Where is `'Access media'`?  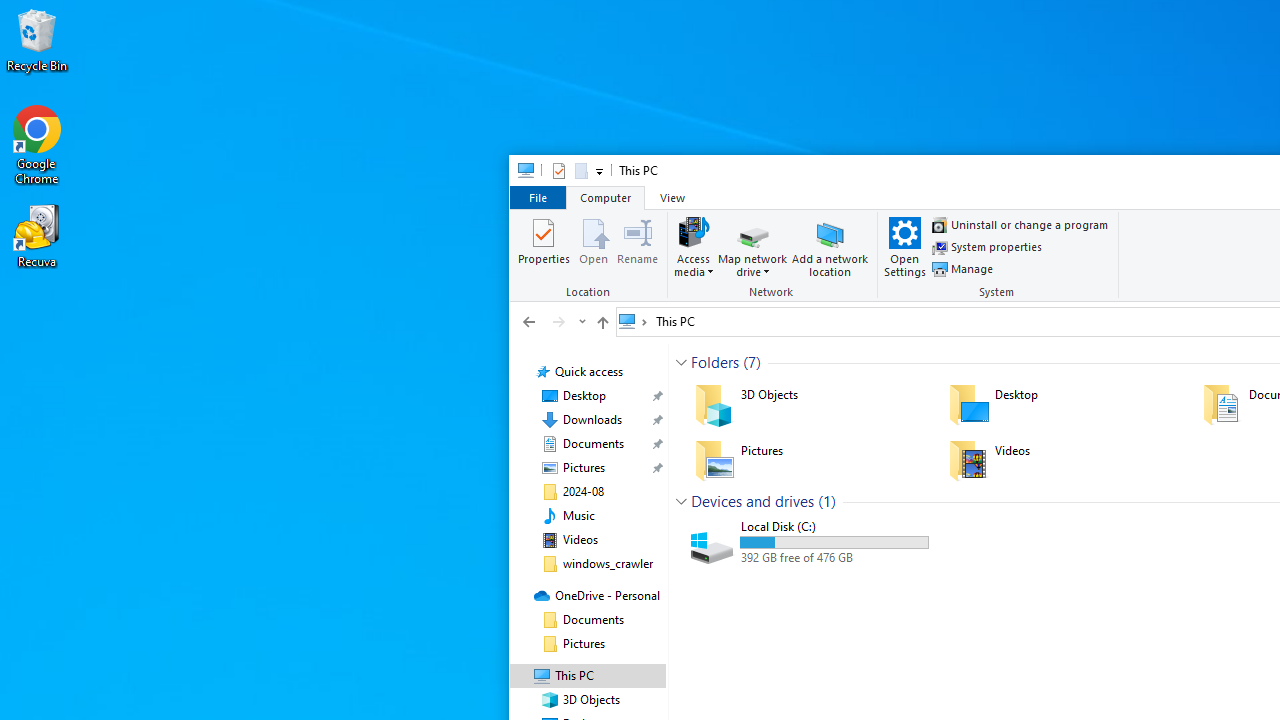
'Access media' is located at coordinates (693, 245).